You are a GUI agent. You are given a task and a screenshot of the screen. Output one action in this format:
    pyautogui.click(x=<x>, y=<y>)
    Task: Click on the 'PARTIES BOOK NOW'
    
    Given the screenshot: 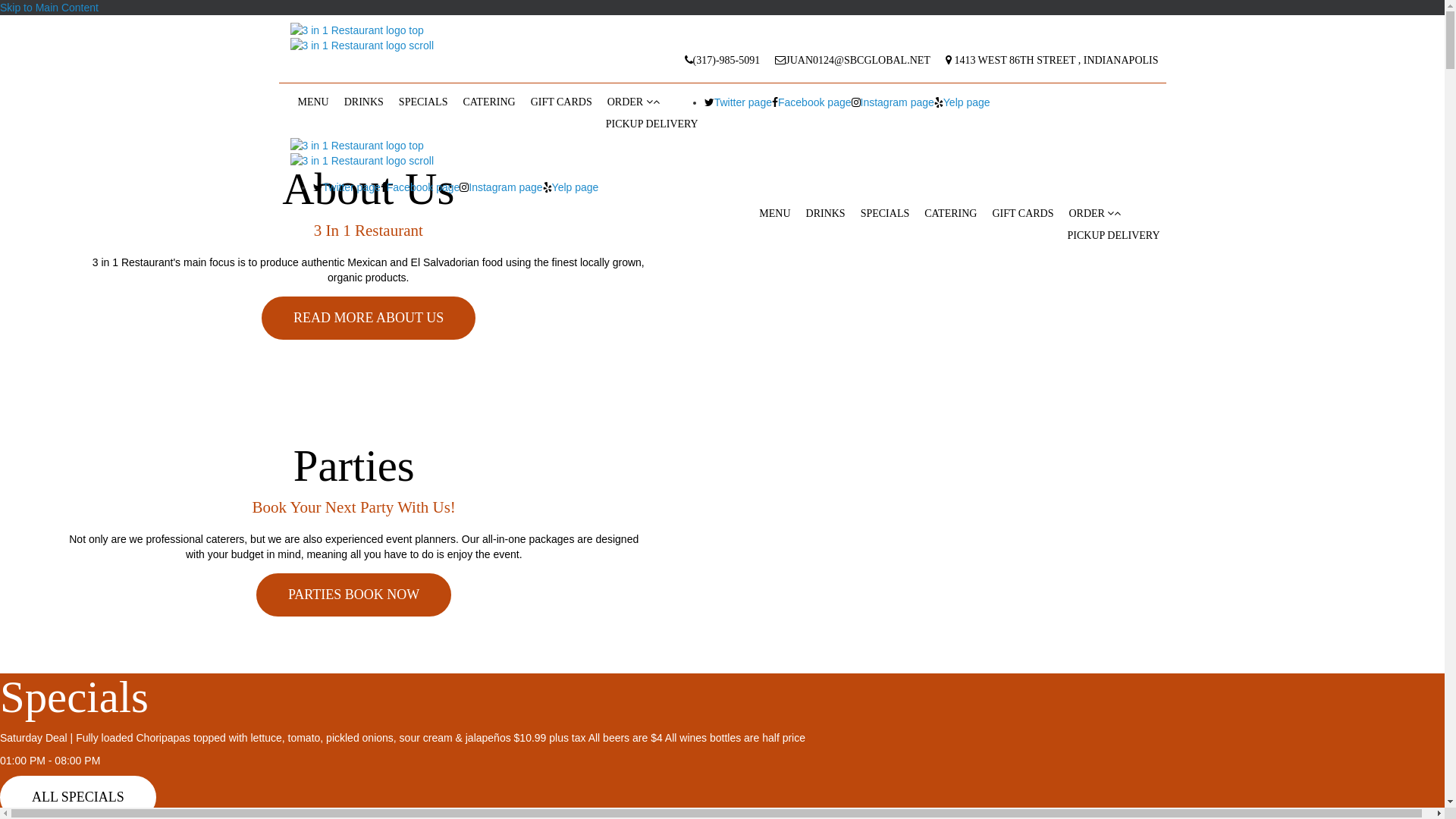 What is the action you would take?
    pyautogui.click(x=353, y=594)
    